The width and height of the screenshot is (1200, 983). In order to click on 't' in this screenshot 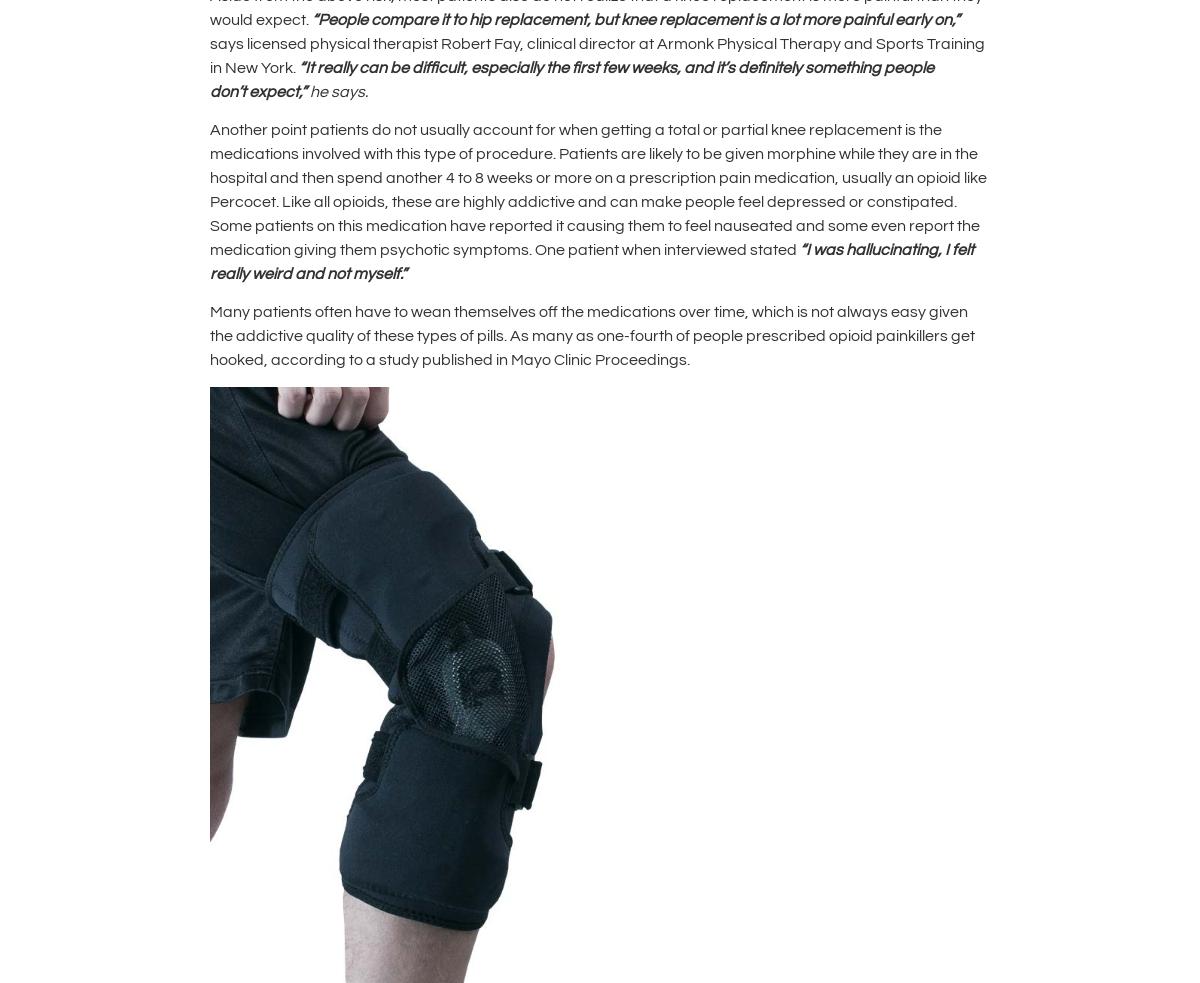, I will do `click(244, 90)`.